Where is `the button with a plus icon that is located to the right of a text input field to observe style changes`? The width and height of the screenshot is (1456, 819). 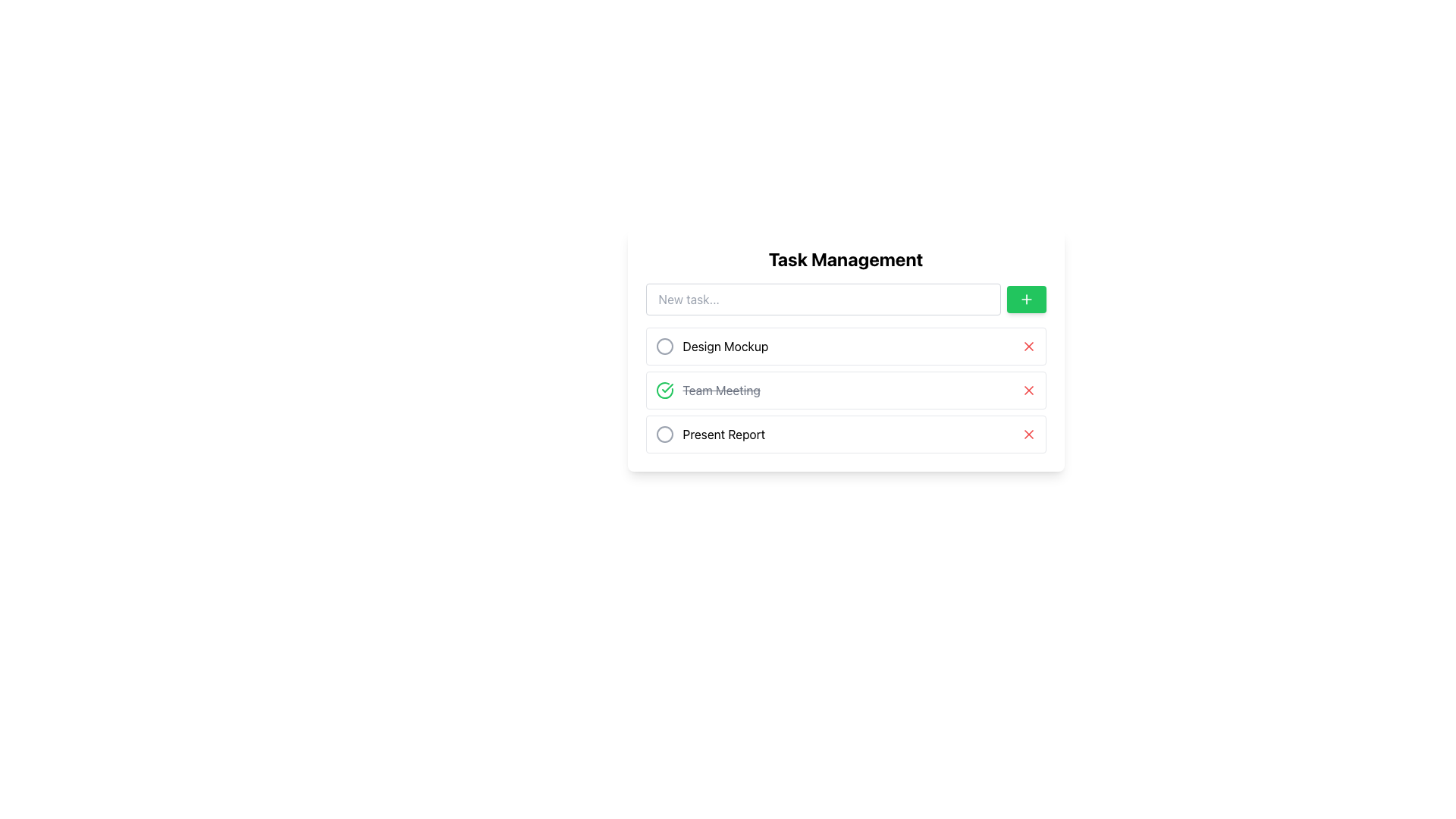
the button with a plus icon that is located to the right of a text input field to observe style changes is located at coordinates (1026, 299).